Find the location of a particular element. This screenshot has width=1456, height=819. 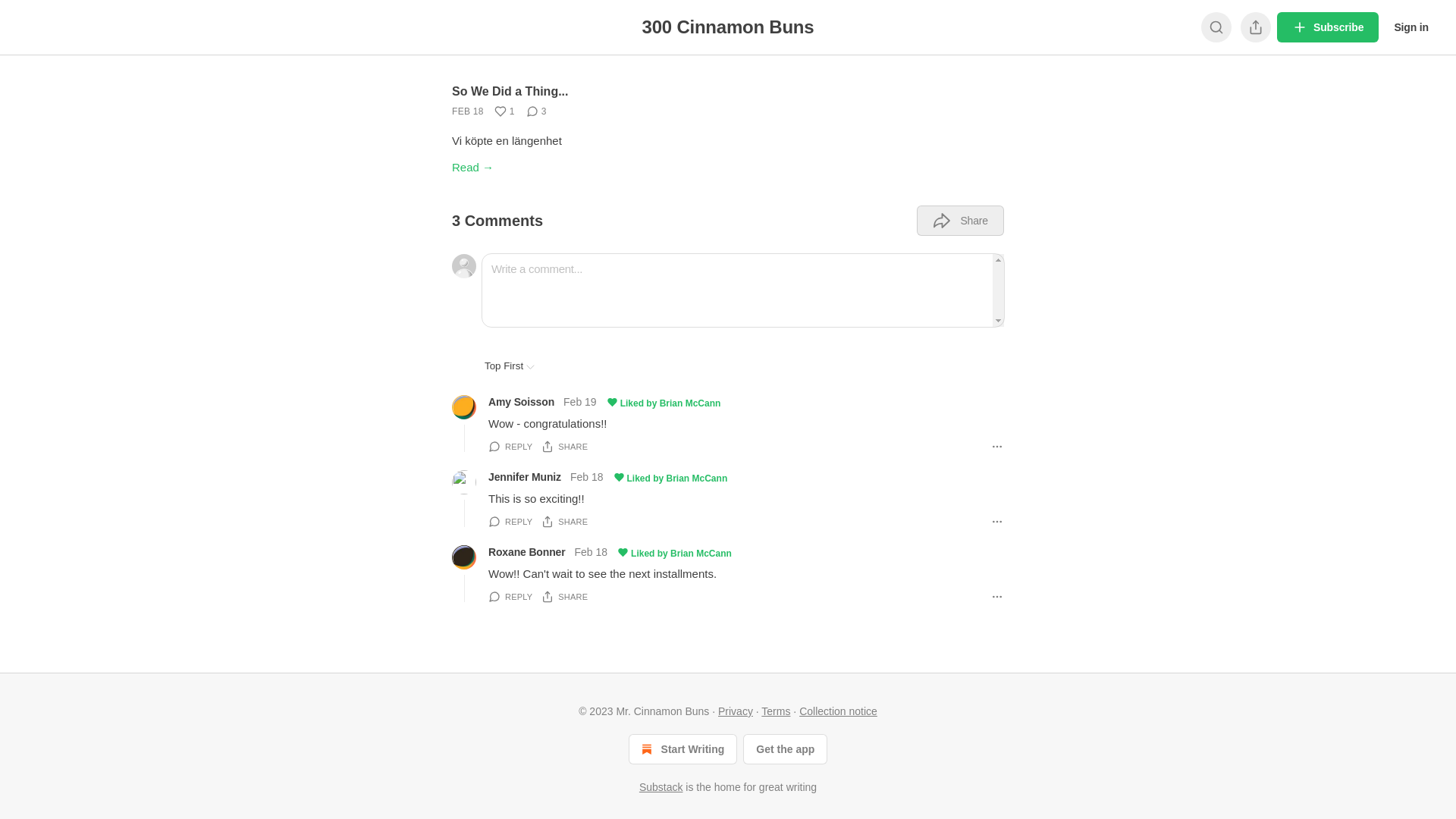

'Subscribe' is located at coordinates (1327, 27).